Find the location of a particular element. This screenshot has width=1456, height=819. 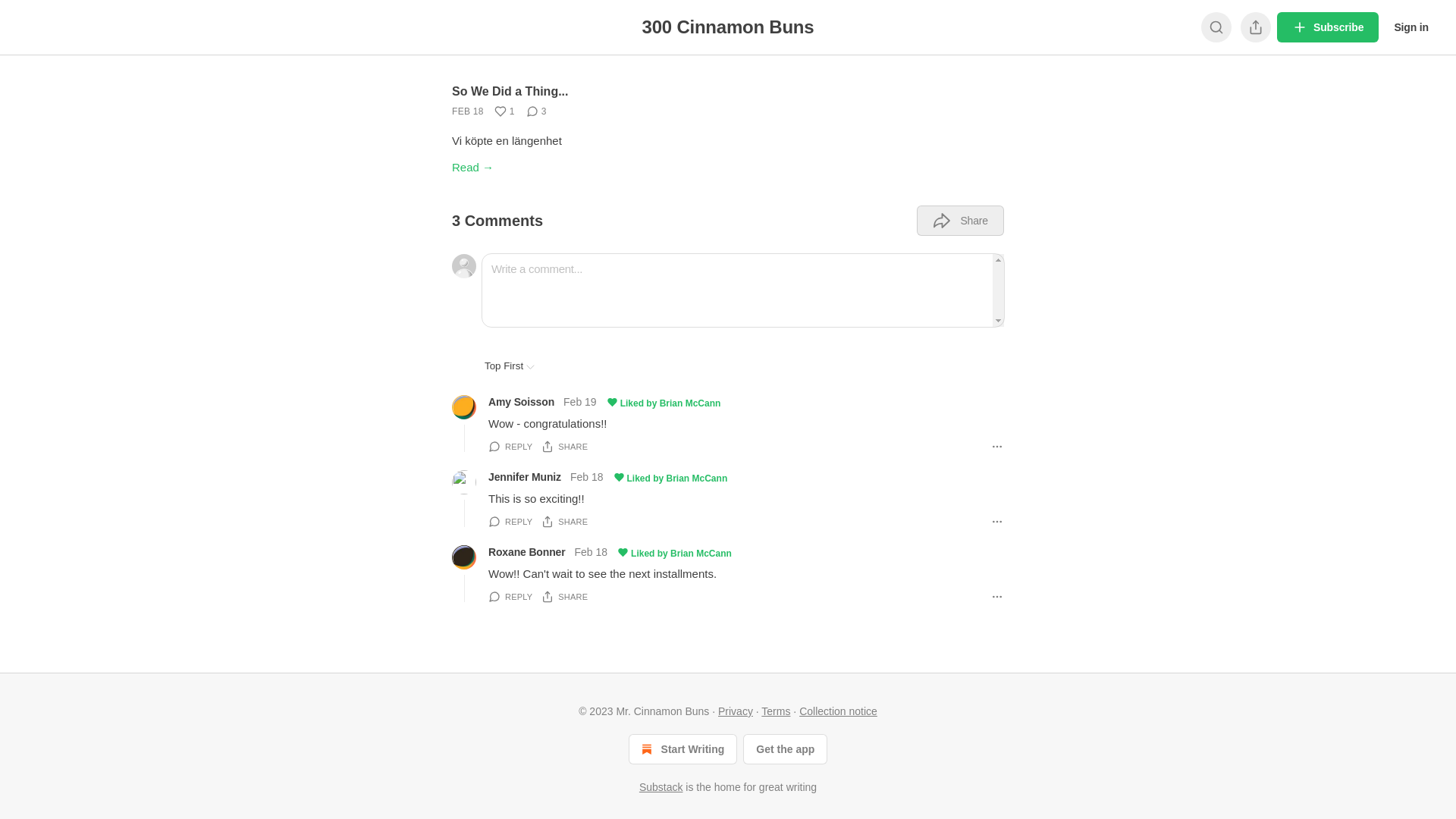

'Subscribe' is located at coordinates (1327, 27).